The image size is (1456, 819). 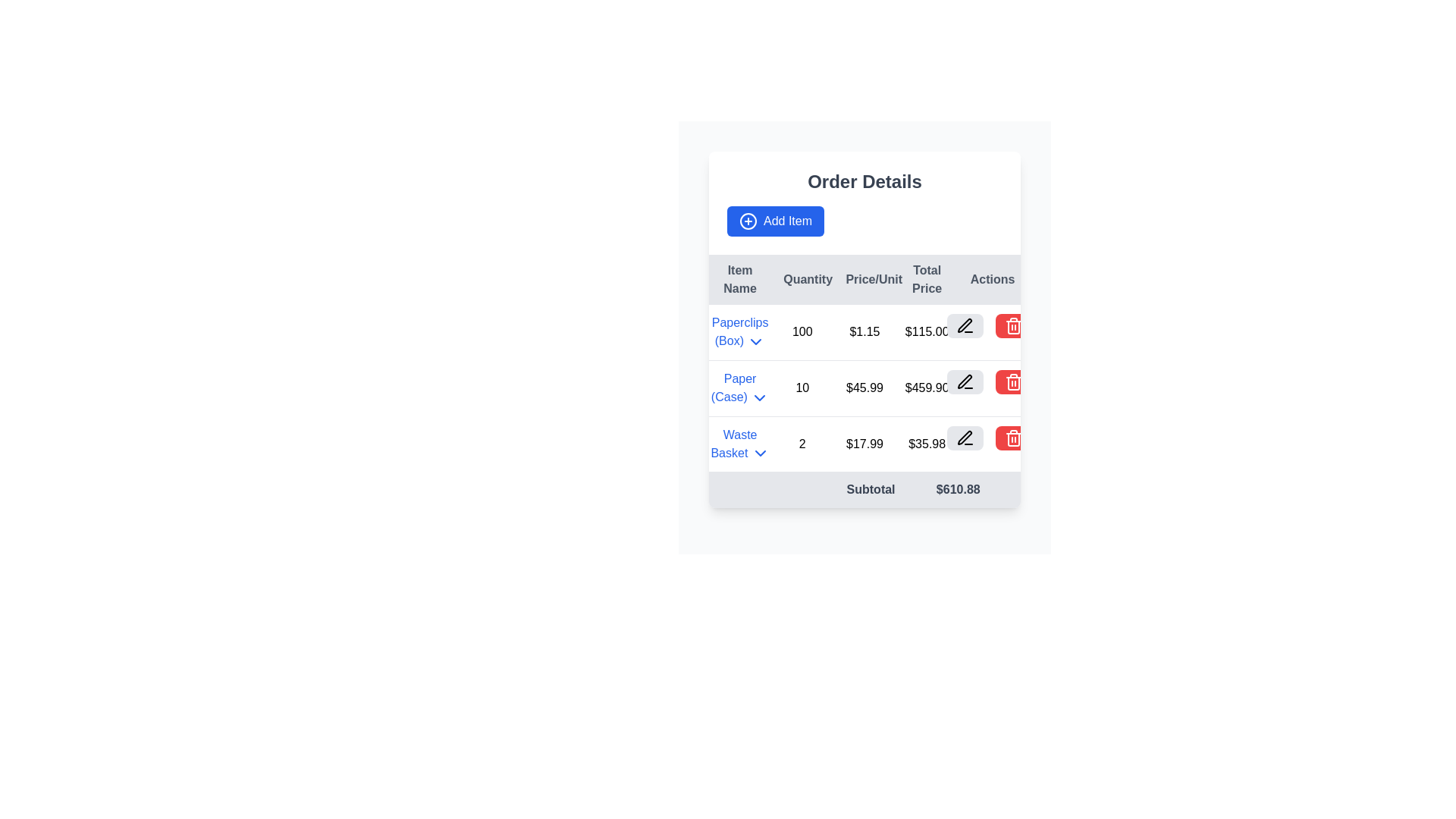 What do you see at coordinates (1013, 325) in the screenshot?
I see `the 'delete' button in the 'Actions' column of the third row adjacent to the 'Waste Basket' item` at bounding box center [1013, 325].